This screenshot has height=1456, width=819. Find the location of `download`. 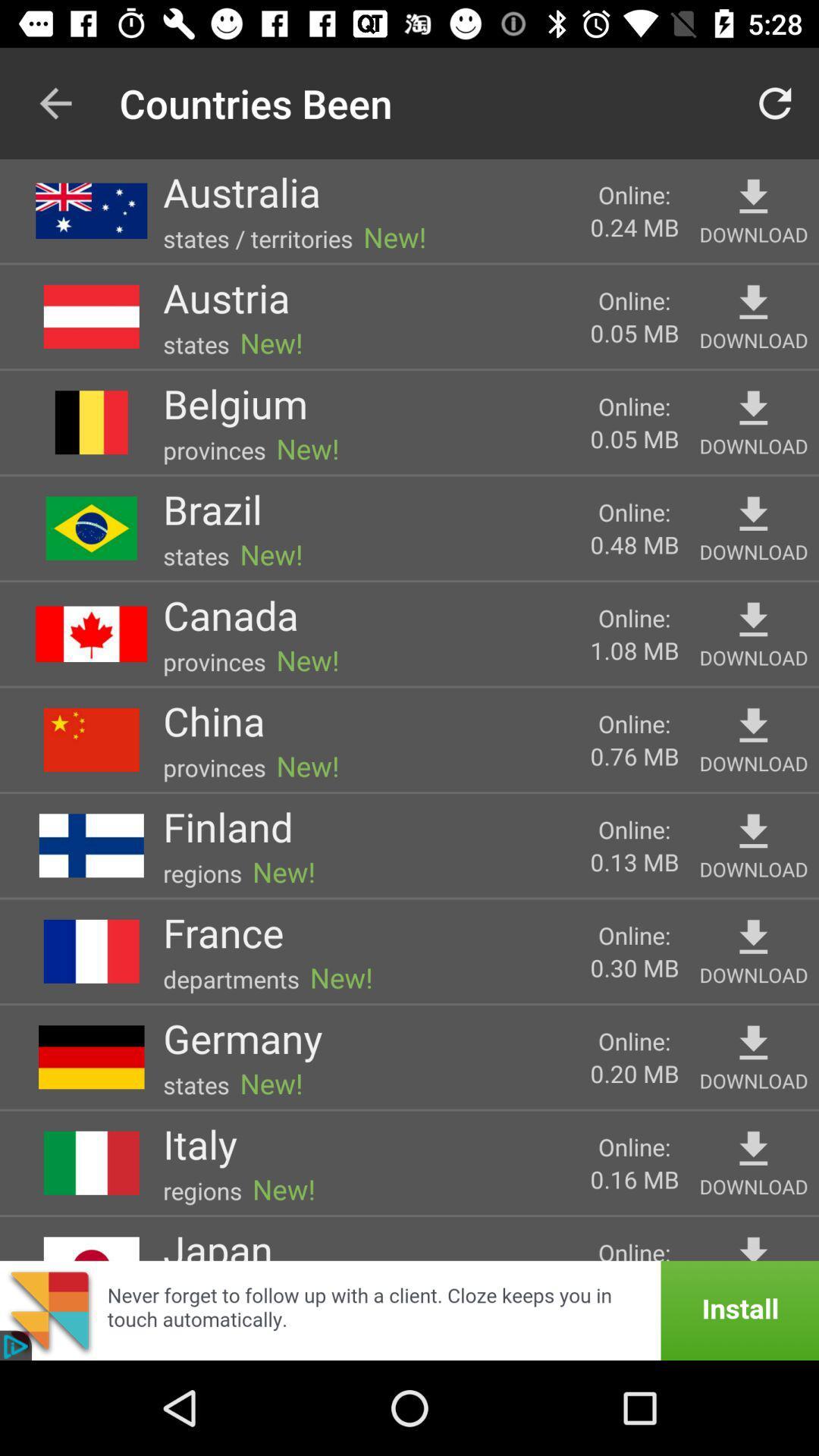

download is located at coordinates (753, 303).